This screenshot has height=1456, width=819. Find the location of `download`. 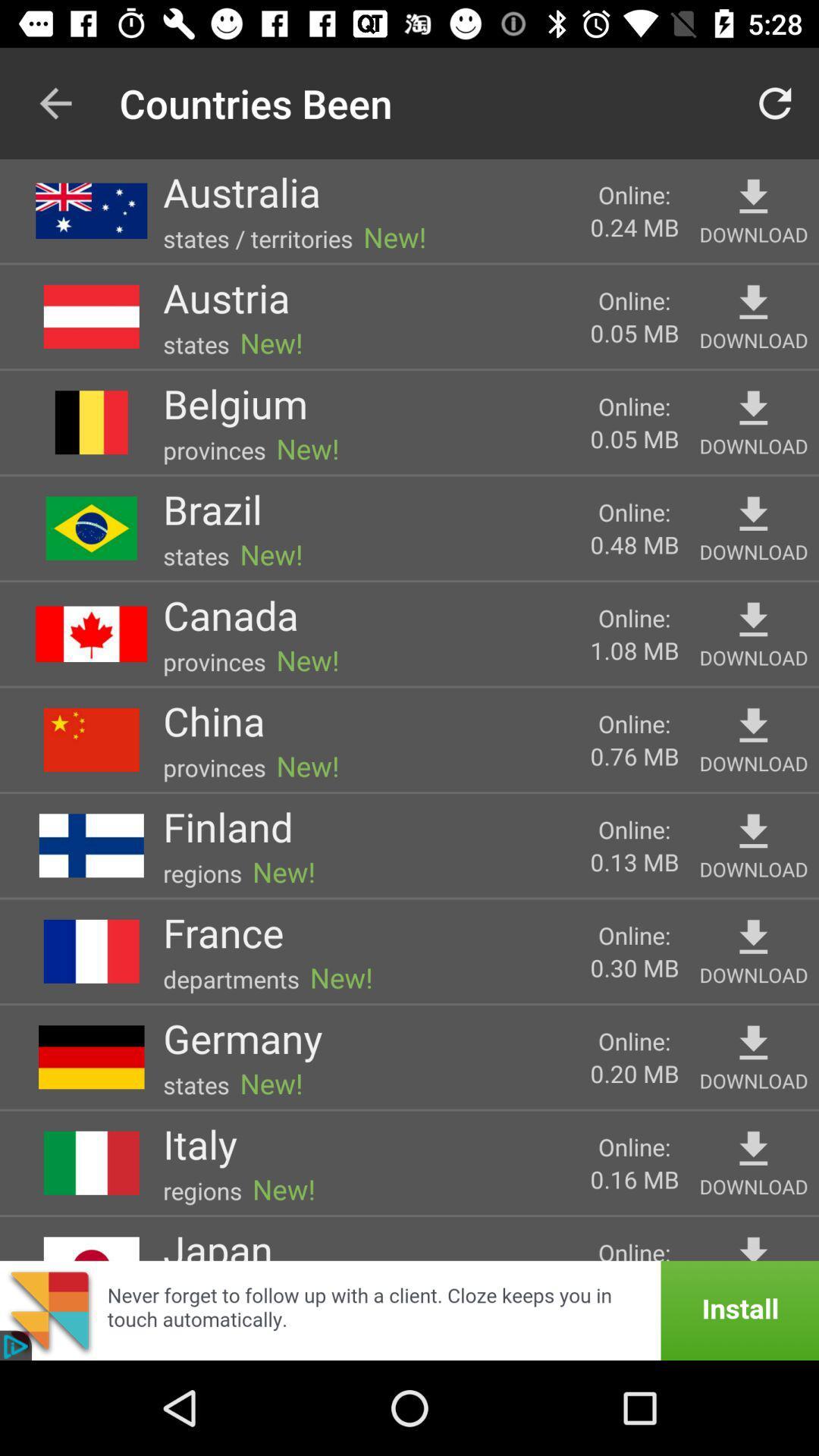

download is located at coordinates (753, 303).